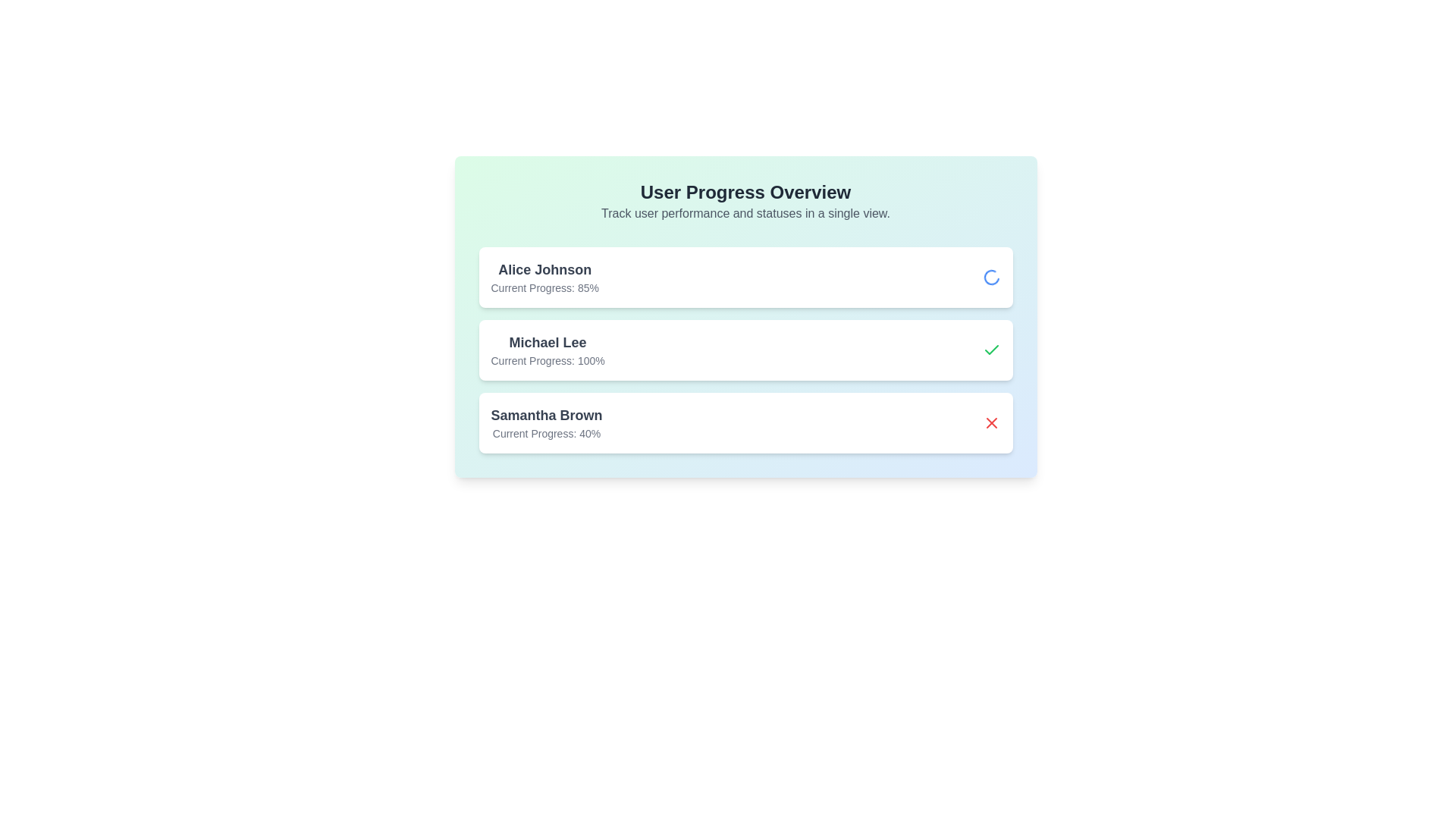 The image size is (1456, 819). I want to click on the green checkmark icon located in the top right corner of the card labeled 'Michael Lee - Current Progress: 100%', so click(991, 350).